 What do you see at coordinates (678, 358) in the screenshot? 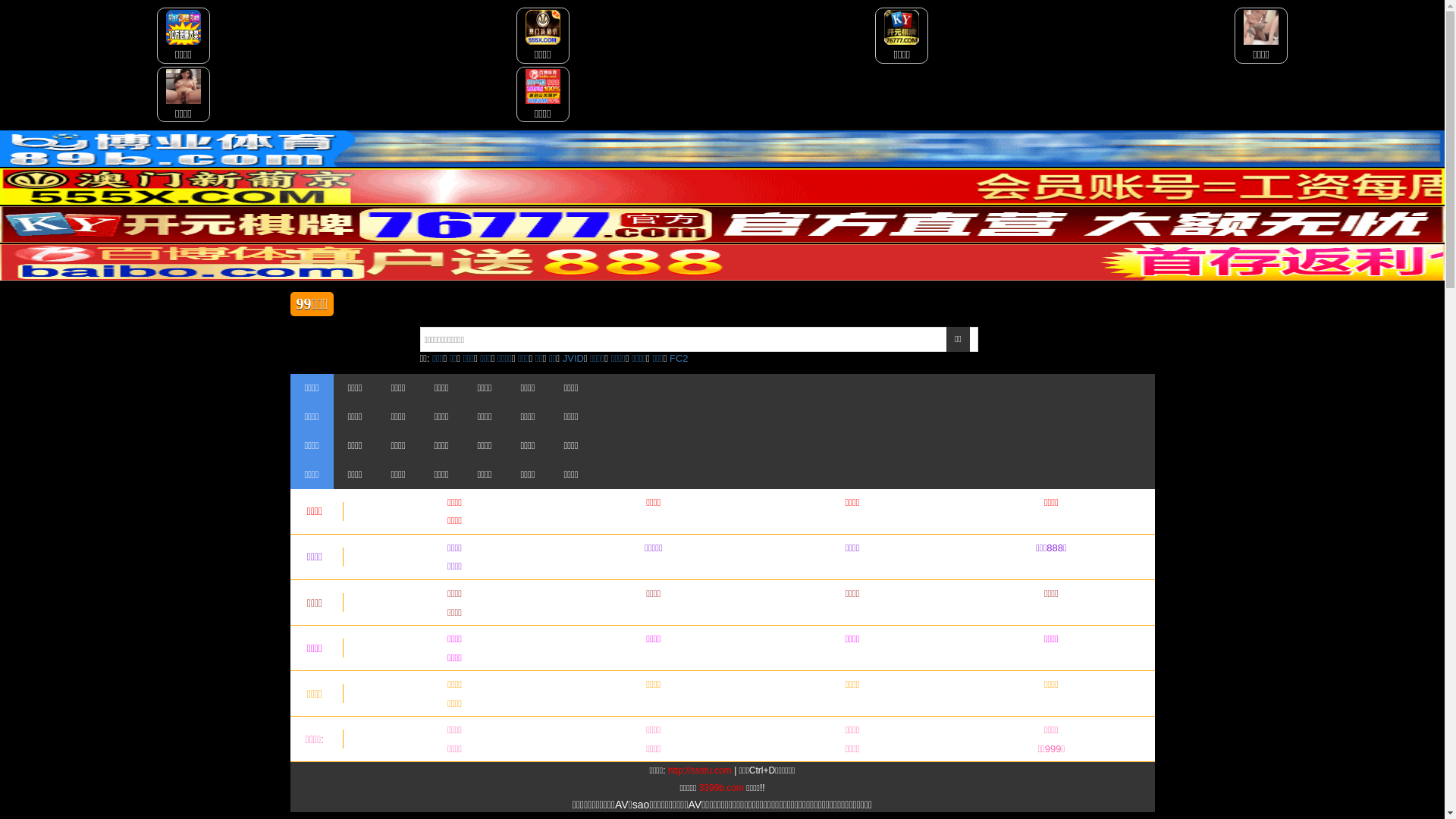
I see `'FC2'` at bounding box center [678, 358].